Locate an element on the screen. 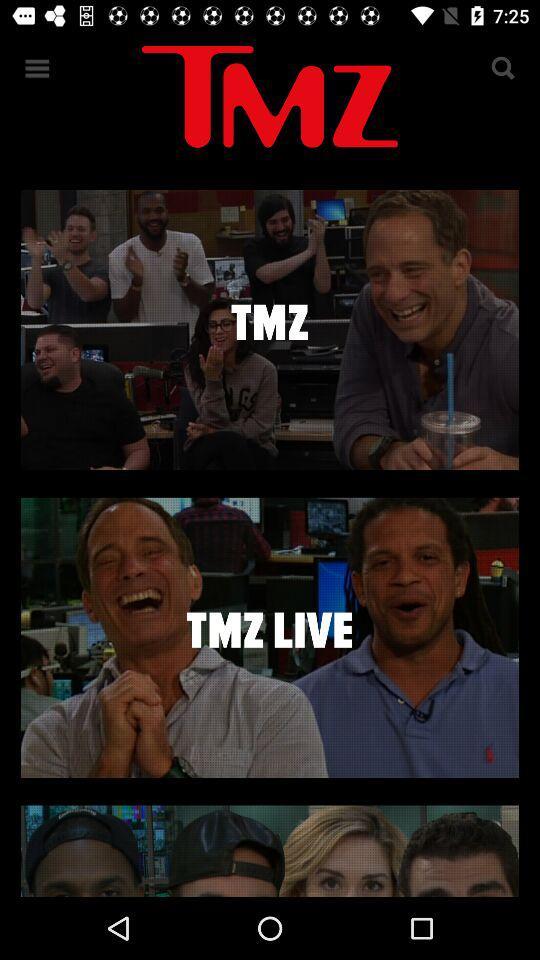 The image size is (540, 960). page is located at coordinates (270, 636).